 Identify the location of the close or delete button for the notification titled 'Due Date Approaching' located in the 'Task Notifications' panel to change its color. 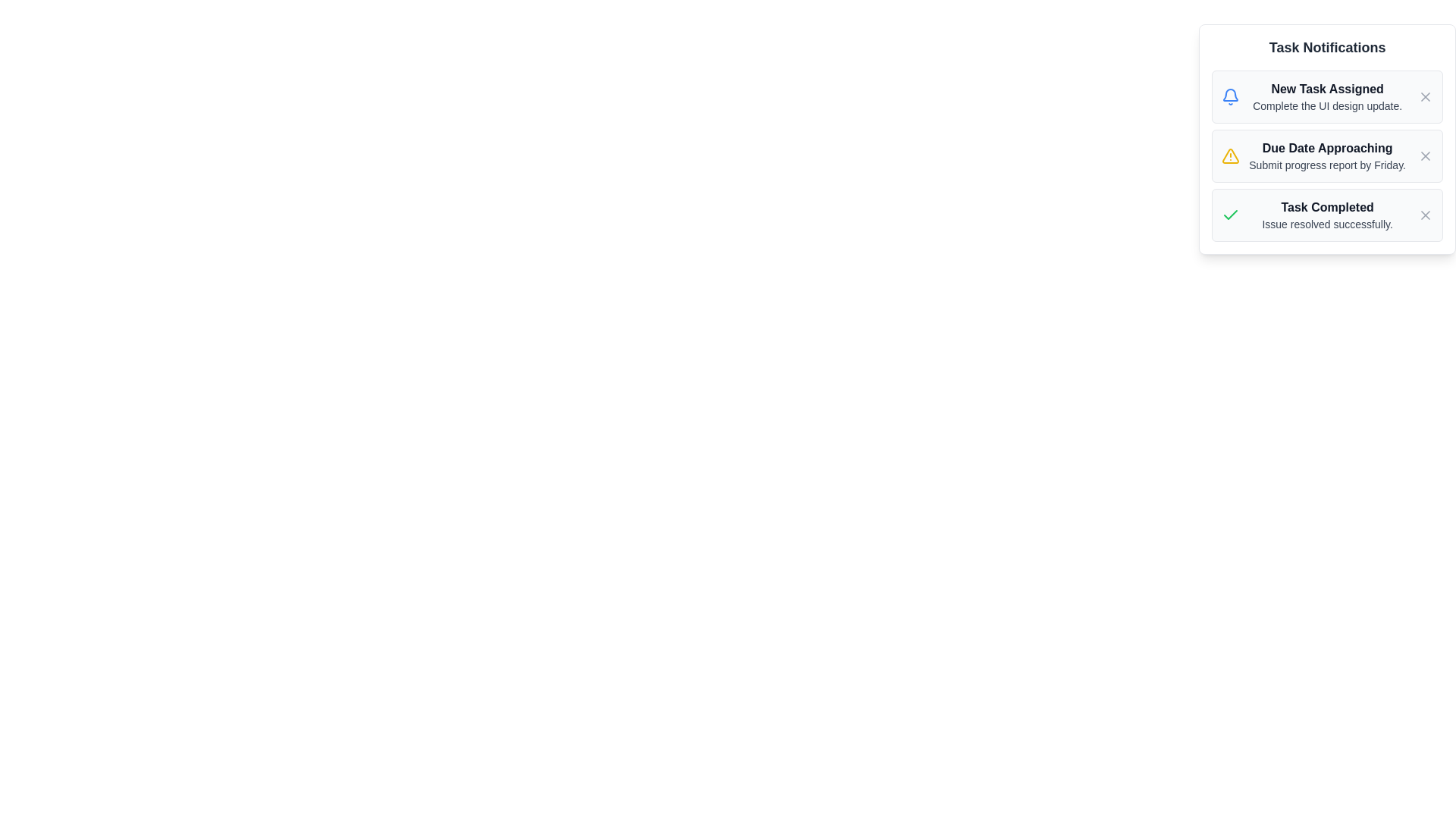
(1425, 155).